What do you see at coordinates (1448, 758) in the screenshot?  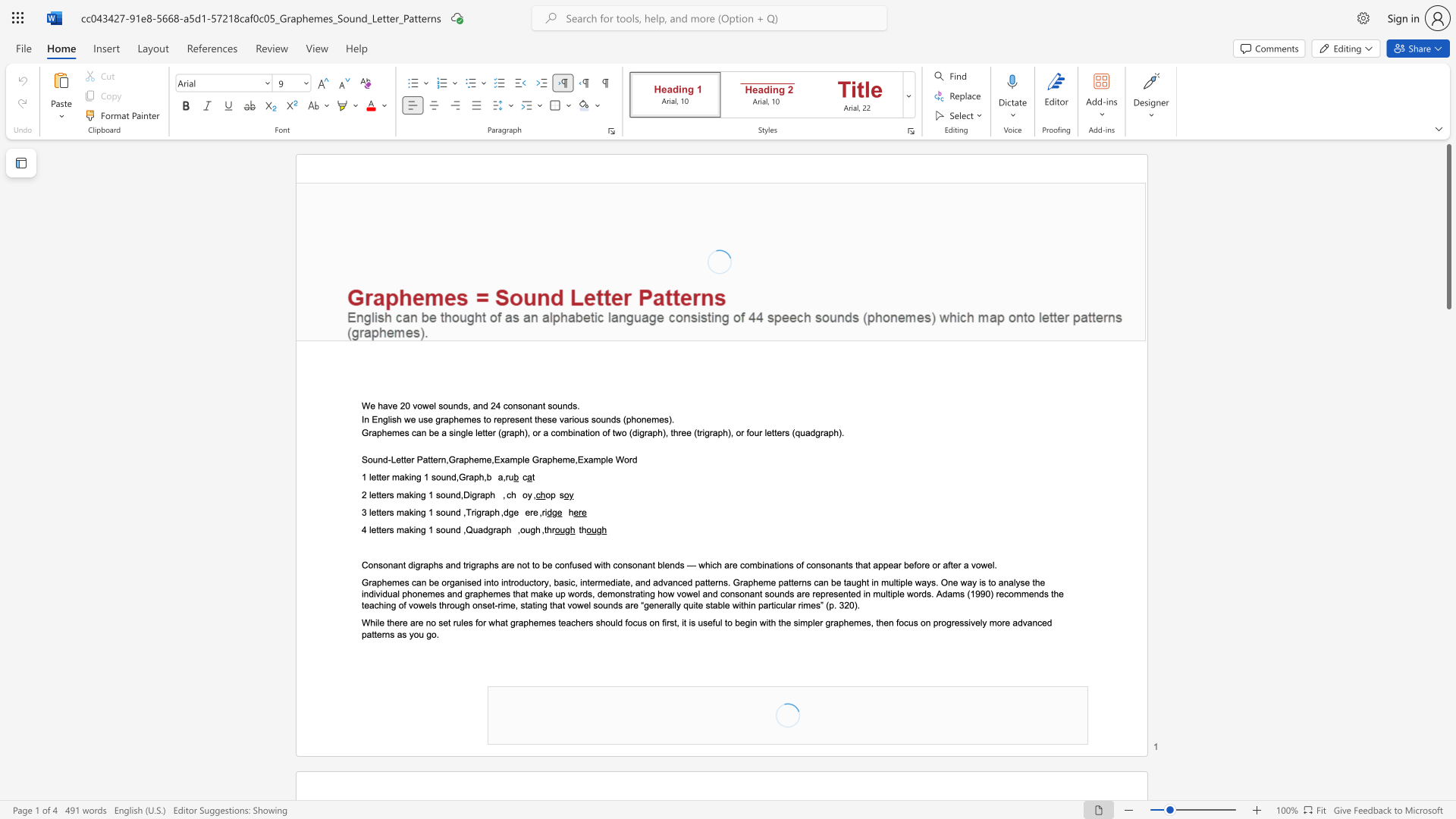 I see `the scrollbar to adjust the page downward` at bounding box center [1448, 758].